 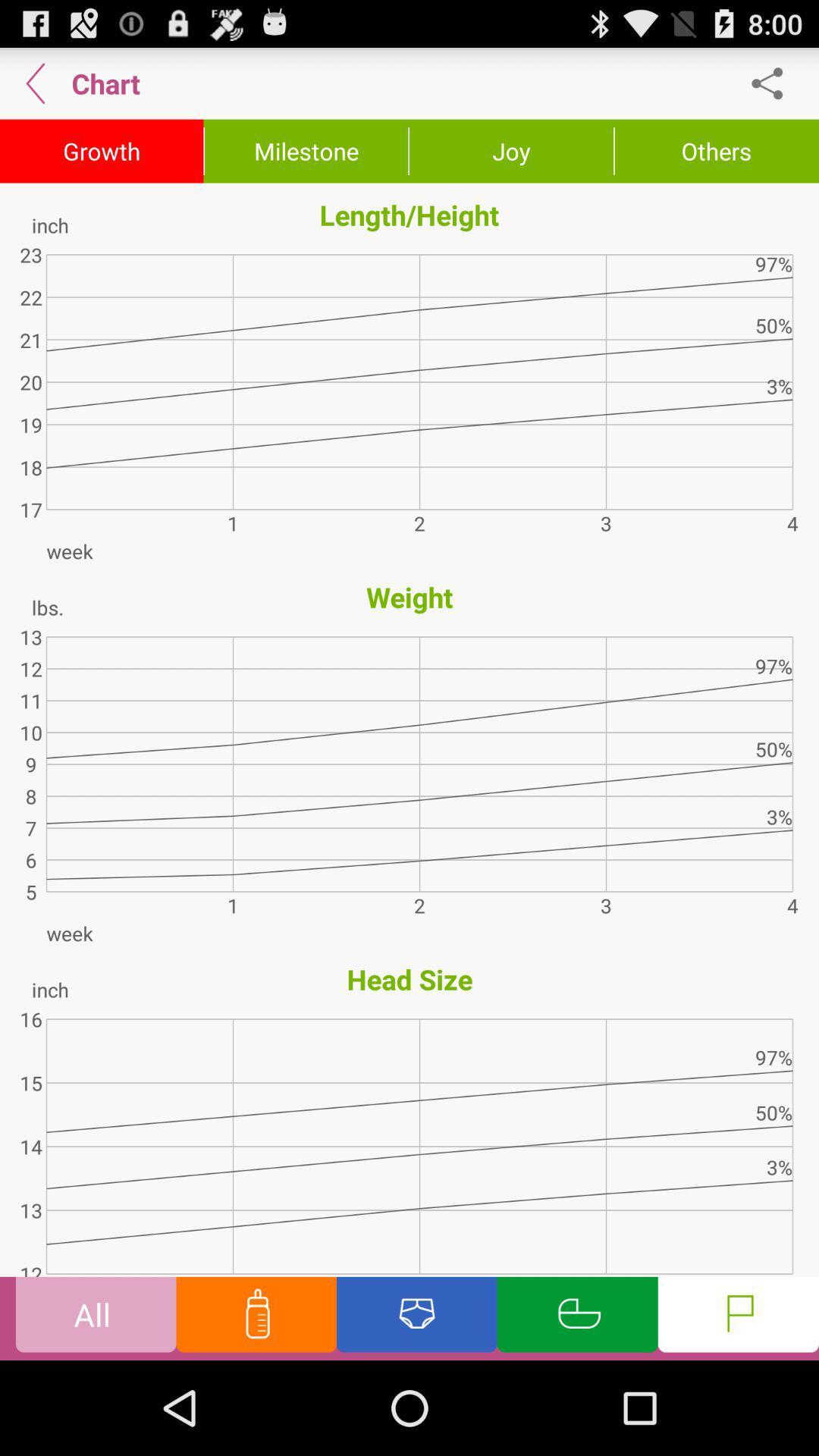 I want to click on the image at right adjacent side of baby bottle, so click(x=417, y=1317).